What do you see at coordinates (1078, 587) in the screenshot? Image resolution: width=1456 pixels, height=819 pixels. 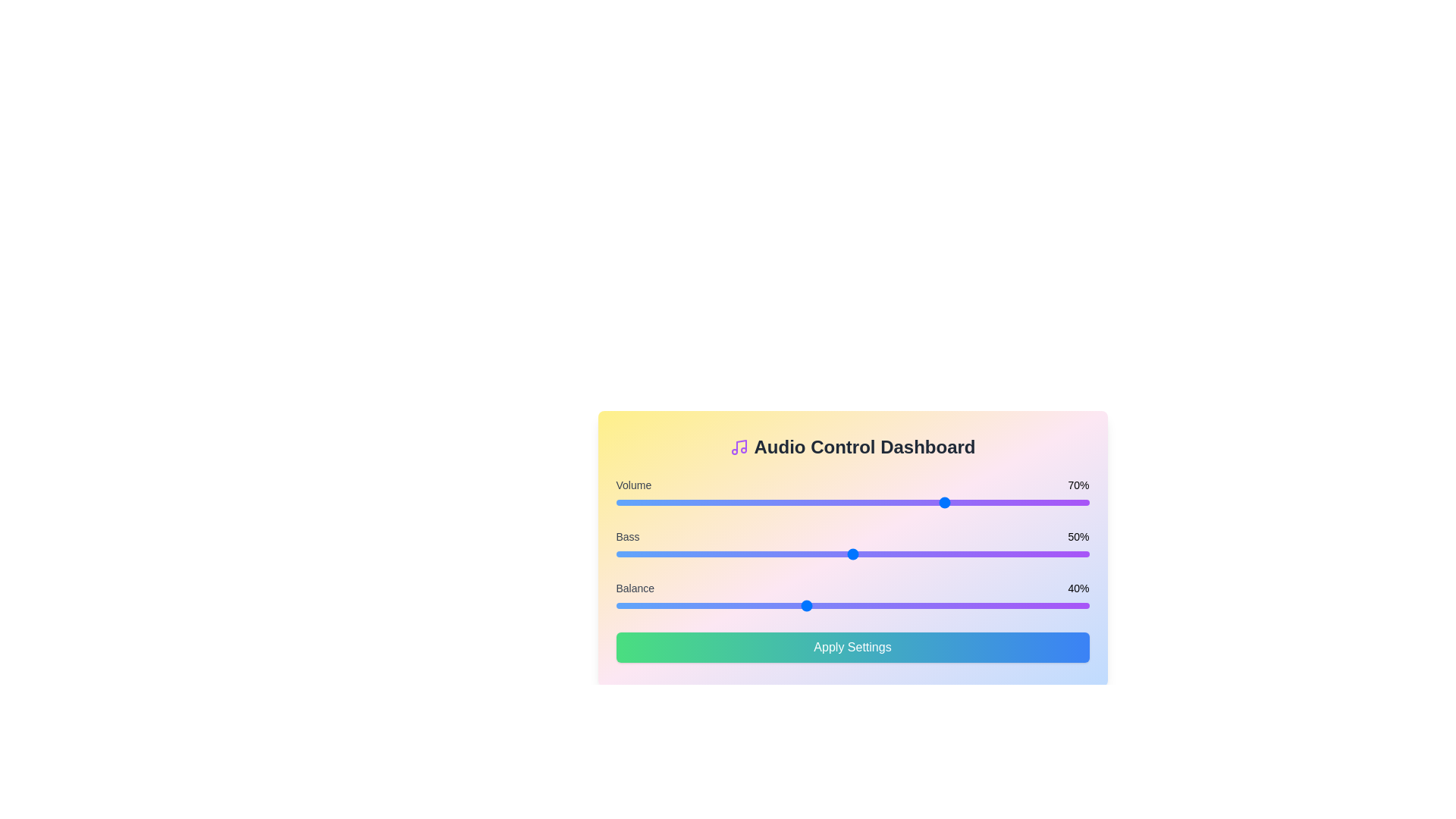 I see `current value displayed by the Text Label indicating the balance percentage, located at the far right of the 'Balance' section` at bounding box center [1078, 587].